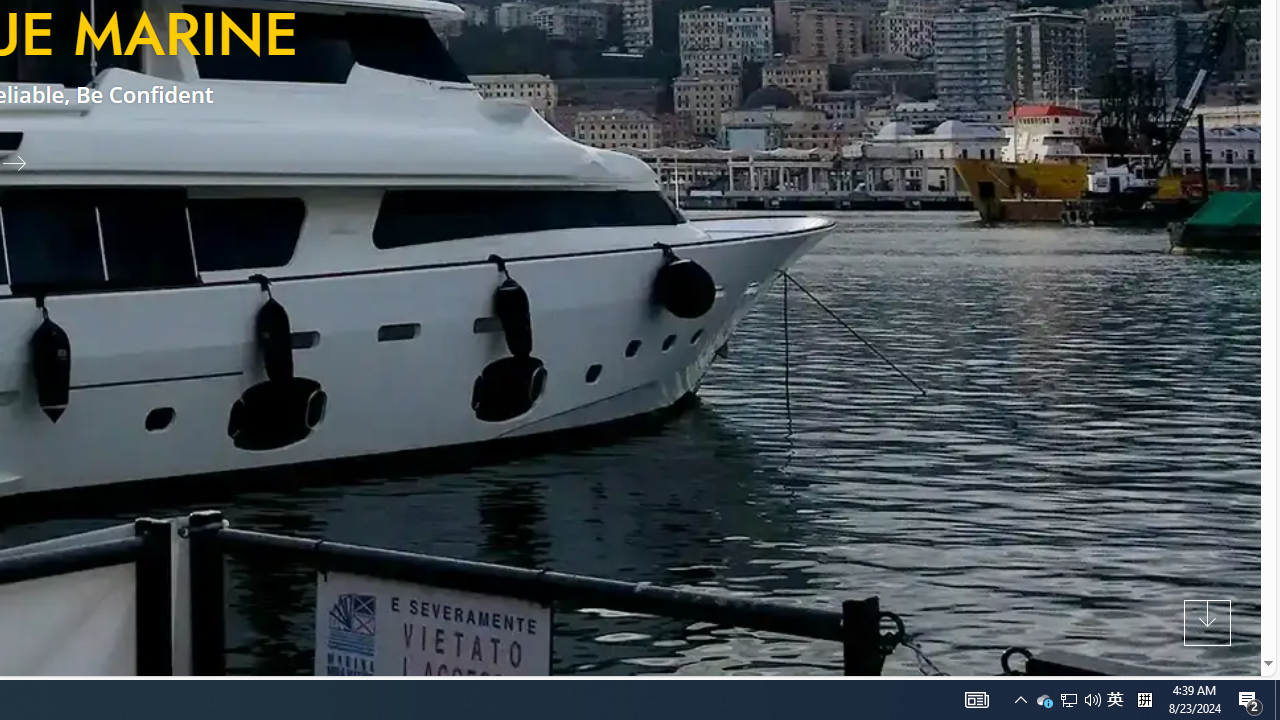  What do you see at coordinates (22, 161) in the screenshot?
I see `'Next Slide'` at bounding box center [22, 161].